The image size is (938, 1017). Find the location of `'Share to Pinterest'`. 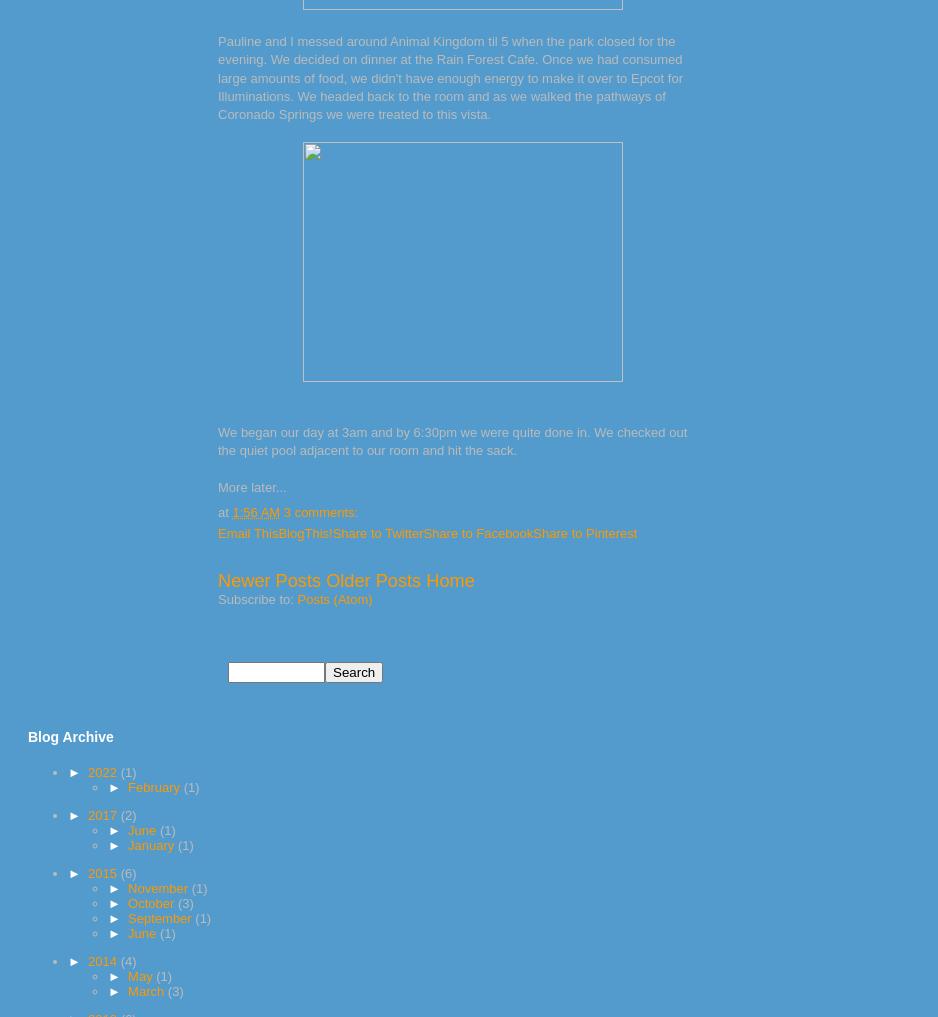

'Share to Pinterest' is located at coordinates (584, 533).